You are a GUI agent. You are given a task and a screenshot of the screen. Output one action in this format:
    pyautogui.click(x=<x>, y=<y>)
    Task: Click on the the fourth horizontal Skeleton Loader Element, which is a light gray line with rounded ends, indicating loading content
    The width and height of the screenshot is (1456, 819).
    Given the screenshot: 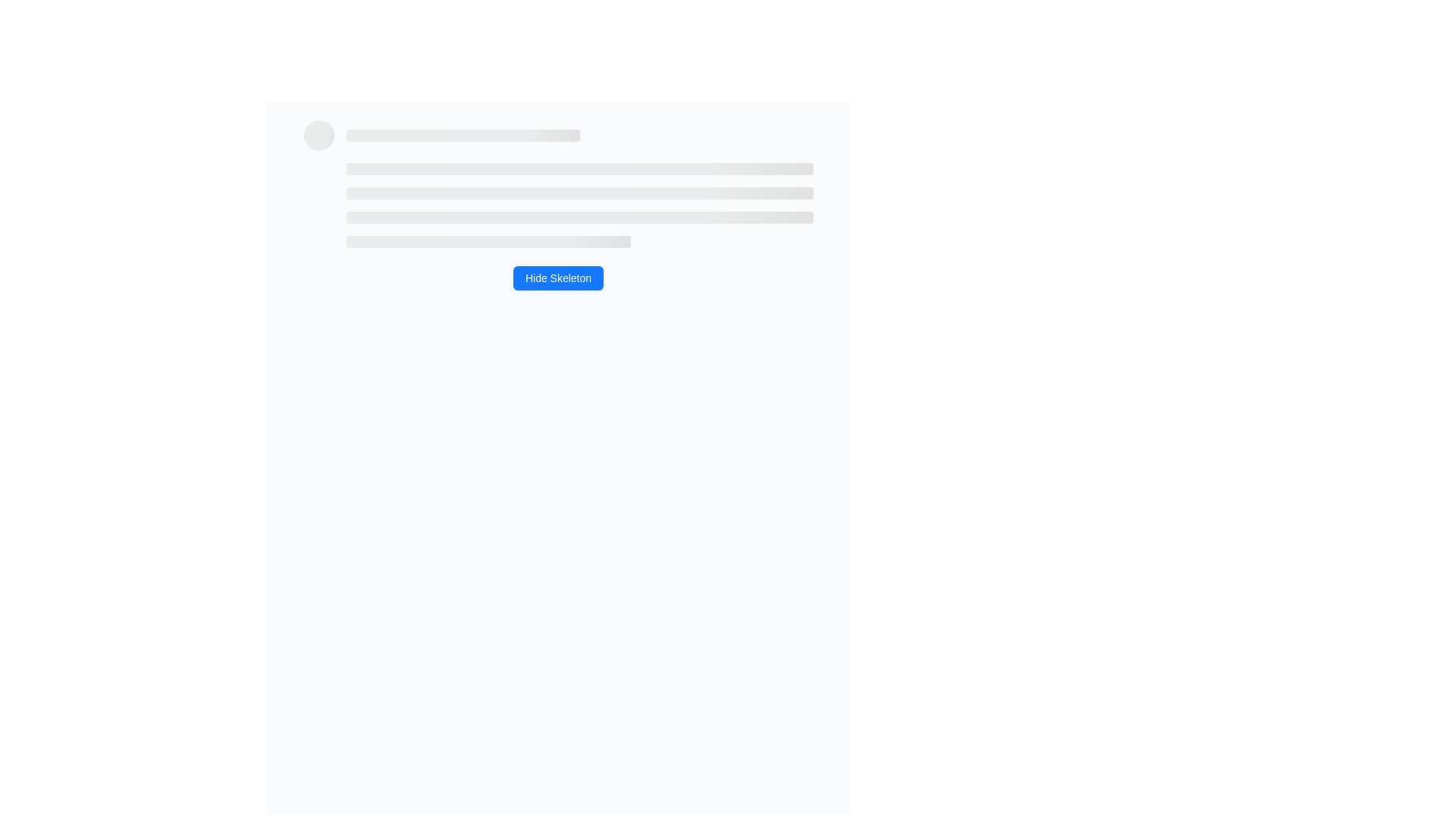 What is the action you would take?
    pyautogui.click(x=488, y=241)
    